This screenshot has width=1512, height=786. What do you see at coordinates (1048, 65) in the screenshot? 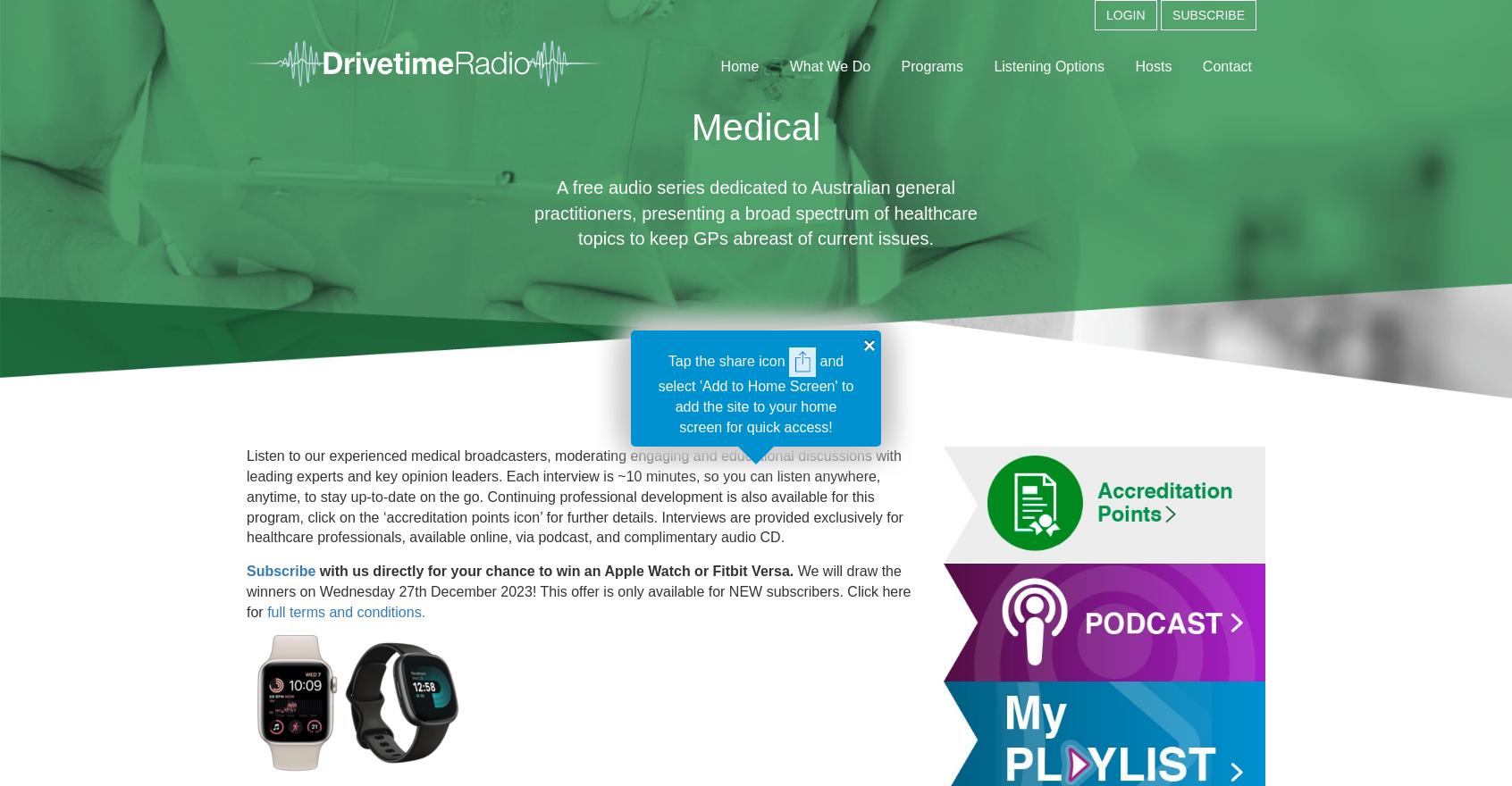
I see `'Listening Options'` at bounding box center [1048, 65].